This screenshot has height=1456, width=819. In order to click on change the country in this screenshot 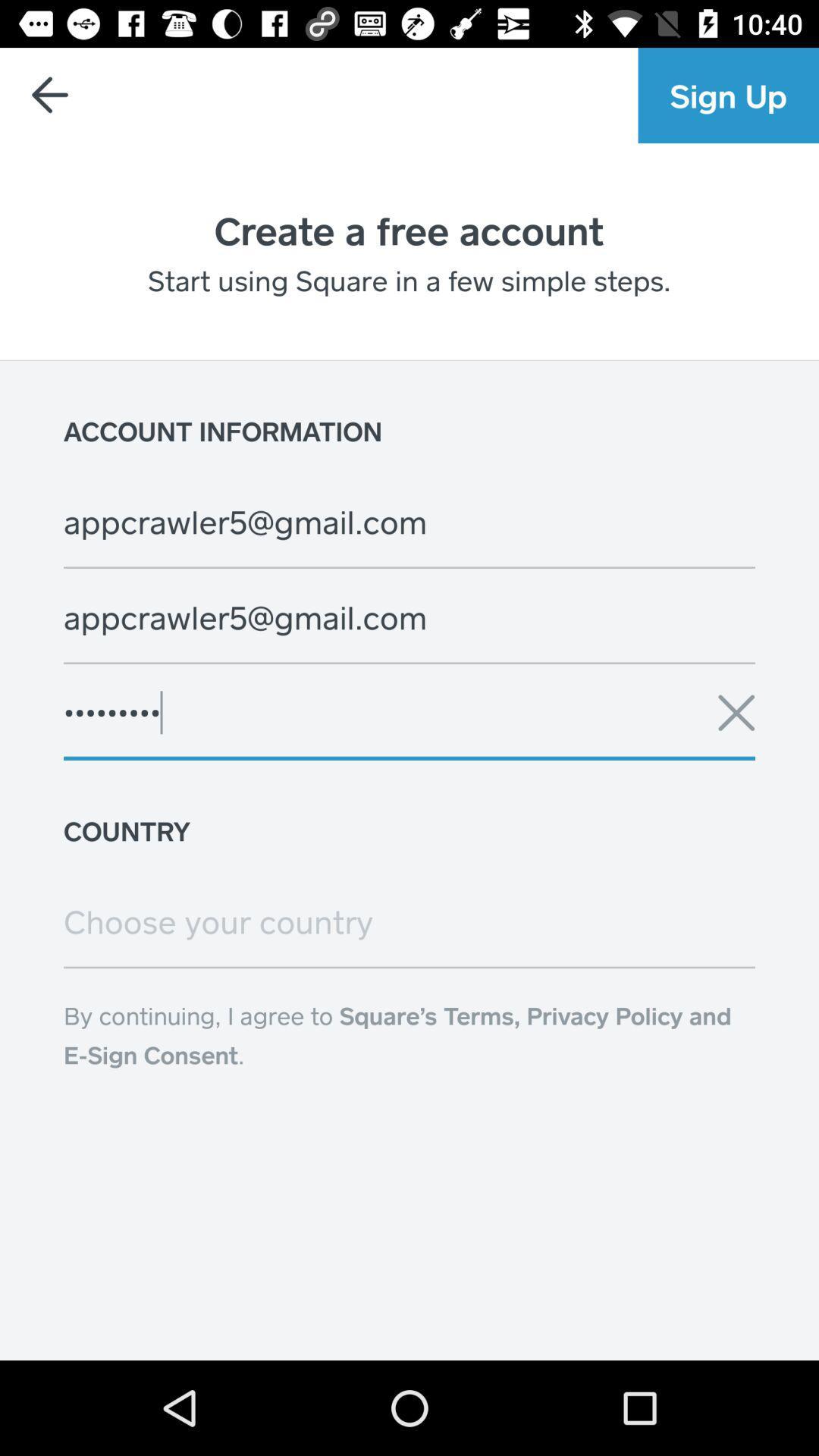, I will do `click(409, 920)`.